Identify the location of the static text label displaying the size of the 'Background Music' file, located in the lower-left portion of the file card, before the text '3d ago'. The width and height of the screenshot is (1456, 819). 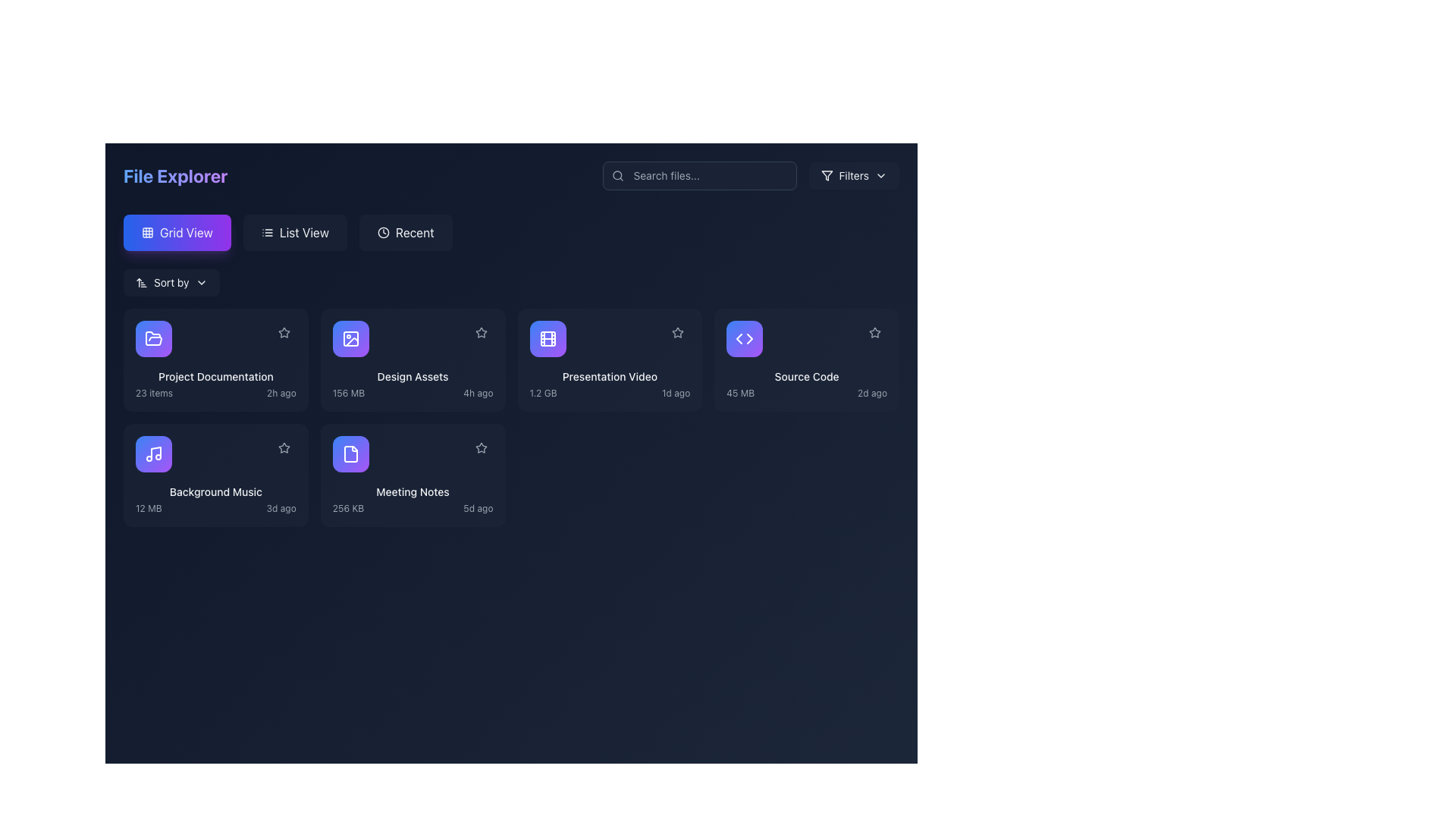
(149, 509).